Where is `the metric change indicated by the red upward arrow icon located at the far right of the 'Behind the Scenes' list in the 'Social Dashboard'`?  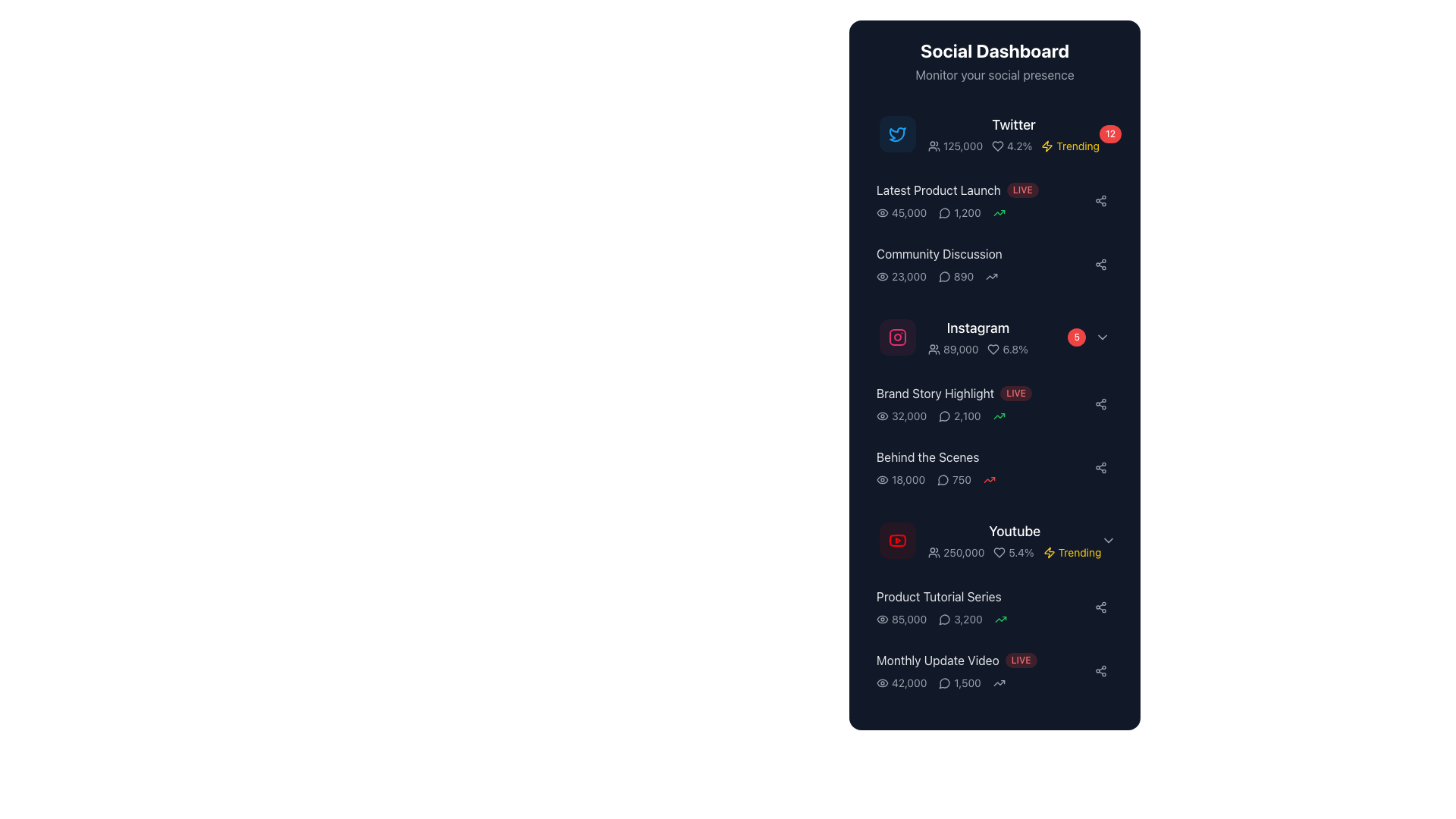 the metric change indicated by the red upward arrow icon located at the far right of the 'Behind the Scenes' list in the 'Social Dashboard' is located at coordinates (990, 479).